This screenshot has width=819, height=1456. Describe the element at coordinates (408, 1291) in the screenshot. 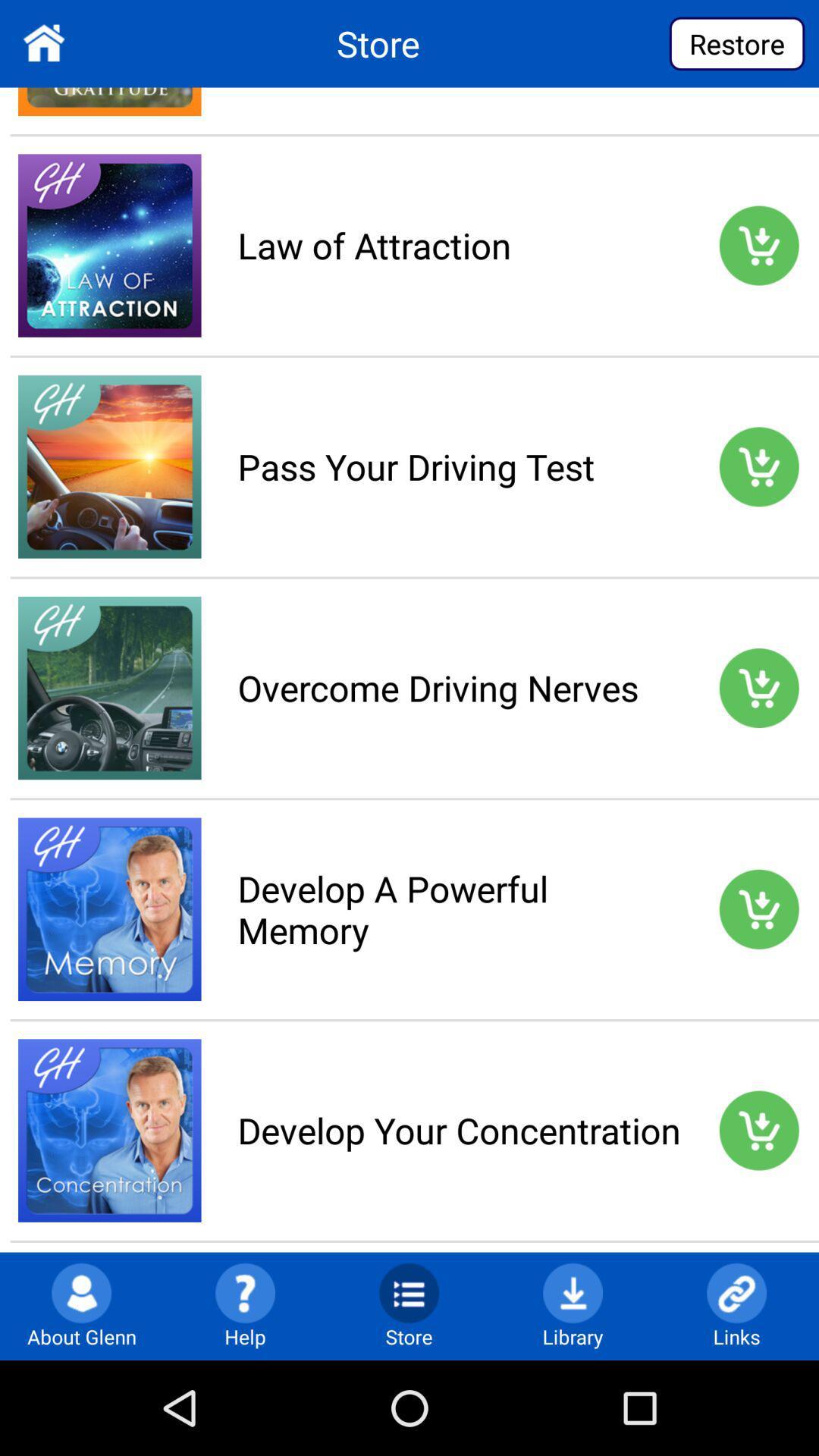

I see `the store image option` at that location.